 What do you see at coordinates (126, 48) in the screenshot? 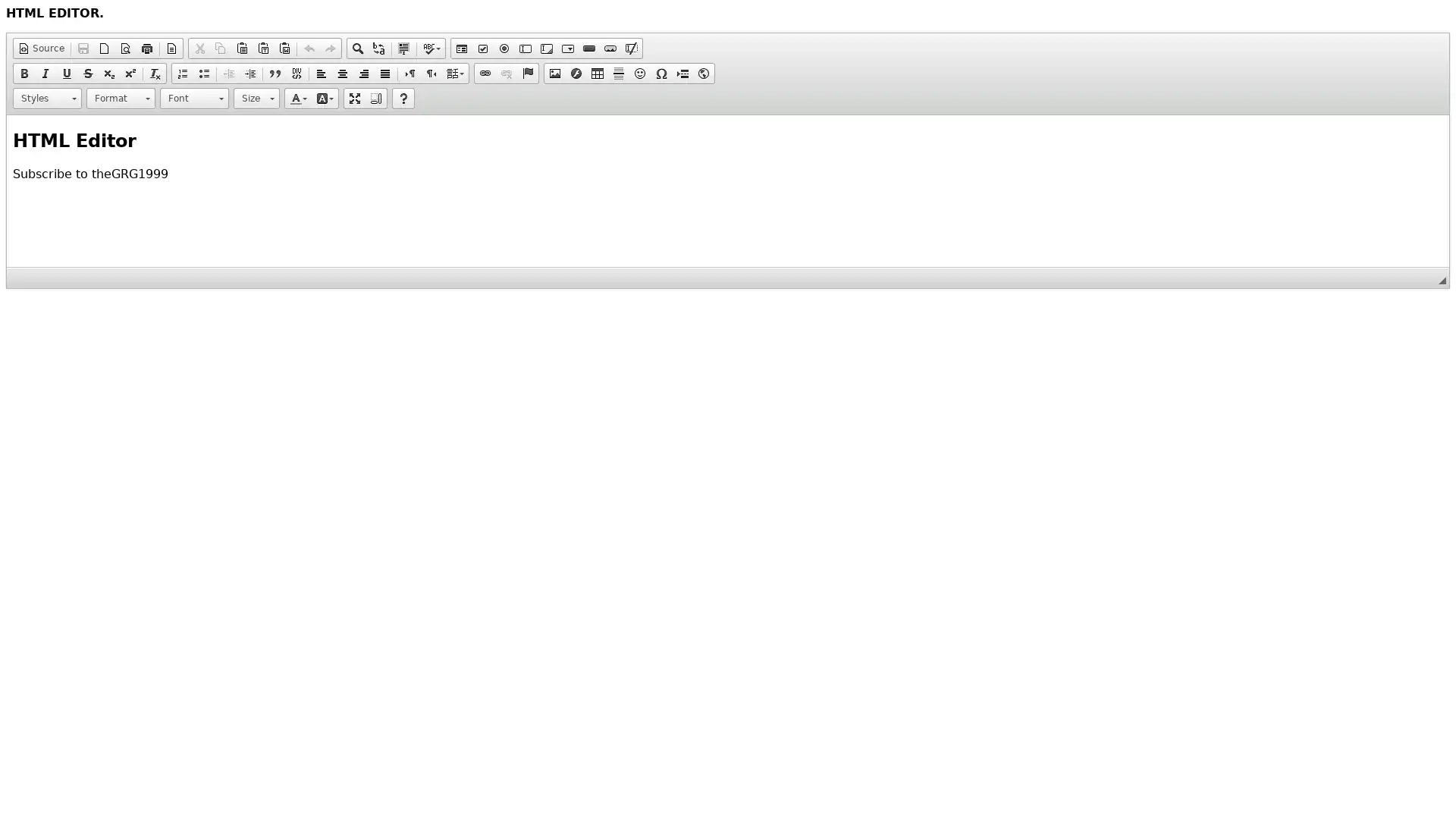
I see `Preview` at bounding box center [126, 48].